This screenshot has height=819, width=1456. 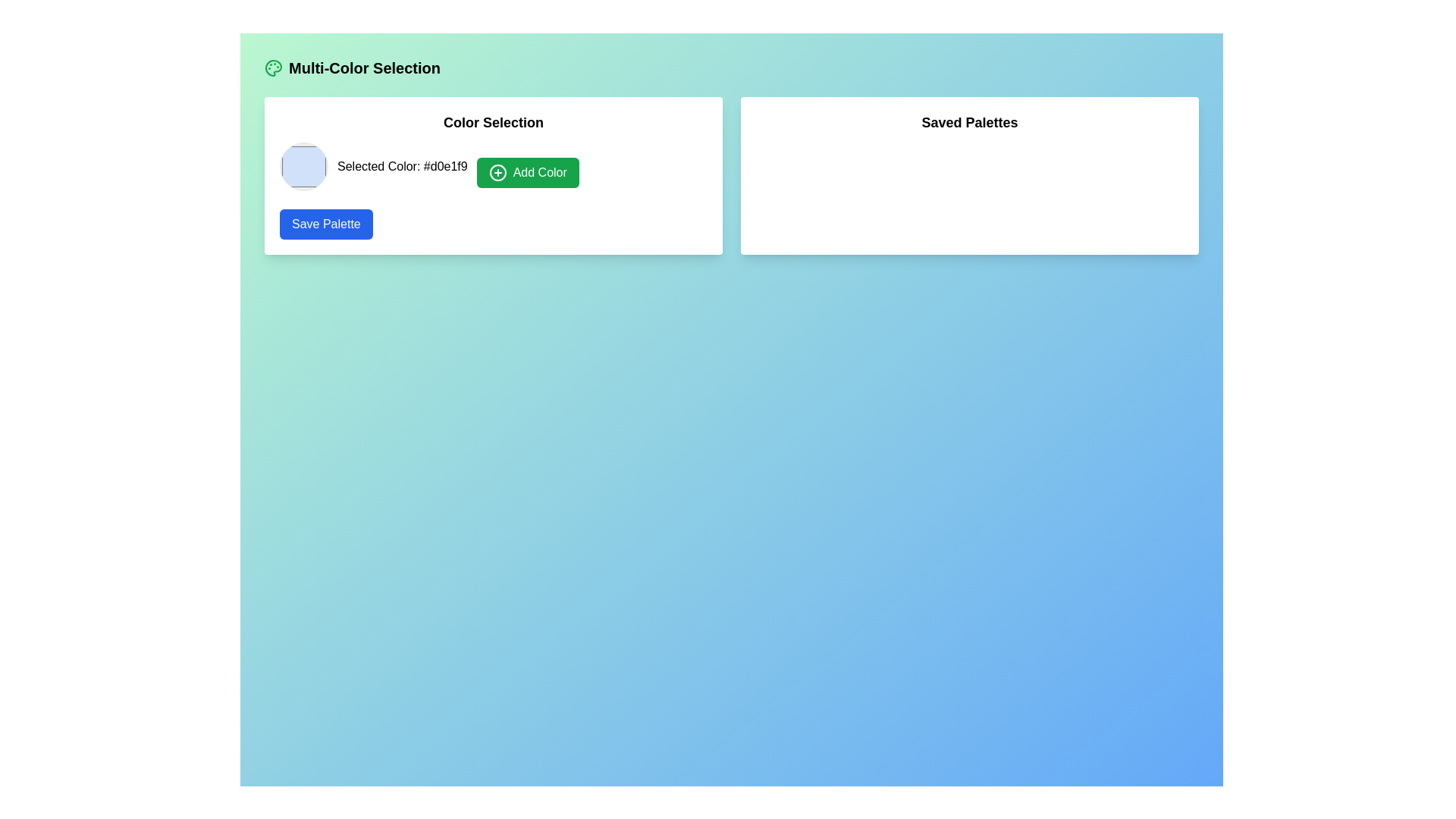 I want to click on the SVG circle that is part of the 'Add Color' button, which features a green circular outline and a plus sign, located in the 'Color Selection' section, so click(x=497, y=171).